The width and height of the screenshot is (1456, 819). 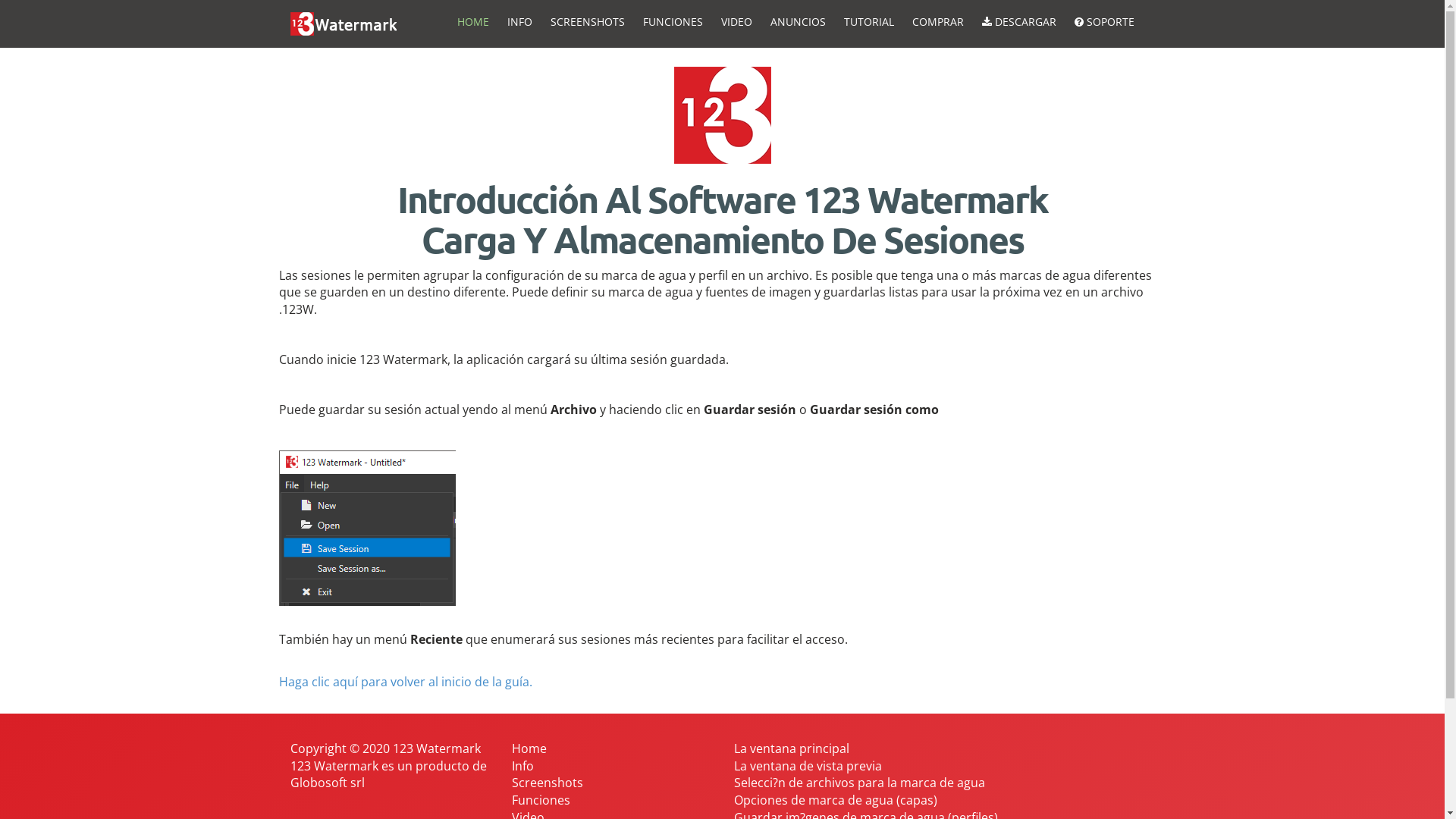 What do you see at coordinates (472, 21) in the screenshot?
I see `'HOME'` at bounding box center [472, 21].